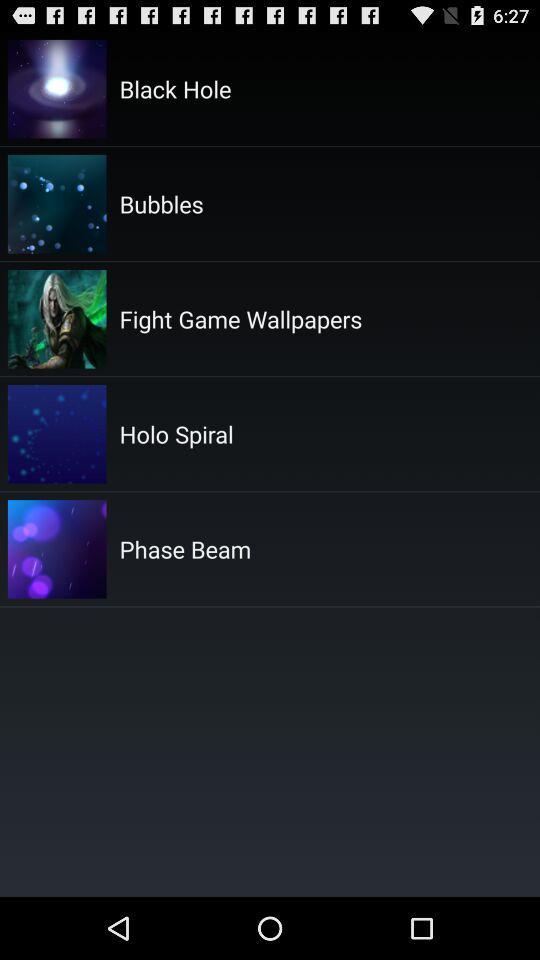  What do you see at coordinates (160, 203) in the screenshot?
I see `bubbles item` at bounding box center [160, 203].